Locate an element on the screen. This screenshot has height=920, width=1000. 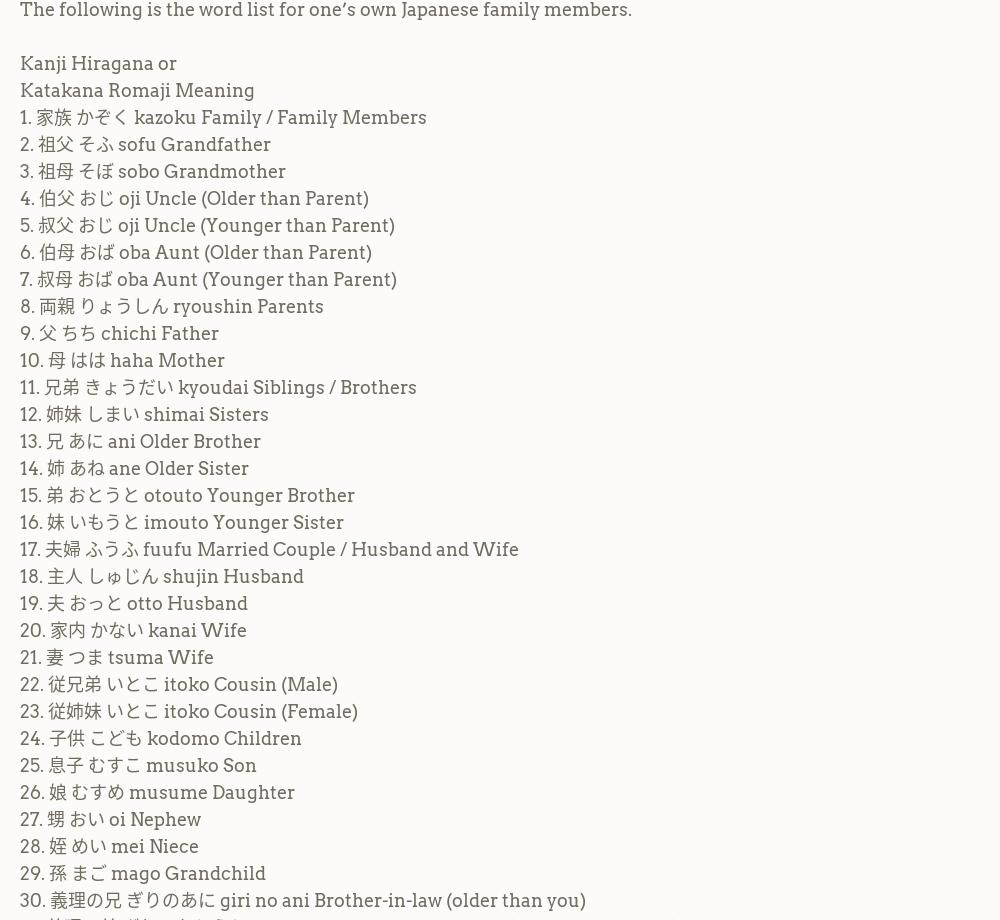
'18.	主人	しゅじん	shujin	Husband' is located at coordinates (20, 575).